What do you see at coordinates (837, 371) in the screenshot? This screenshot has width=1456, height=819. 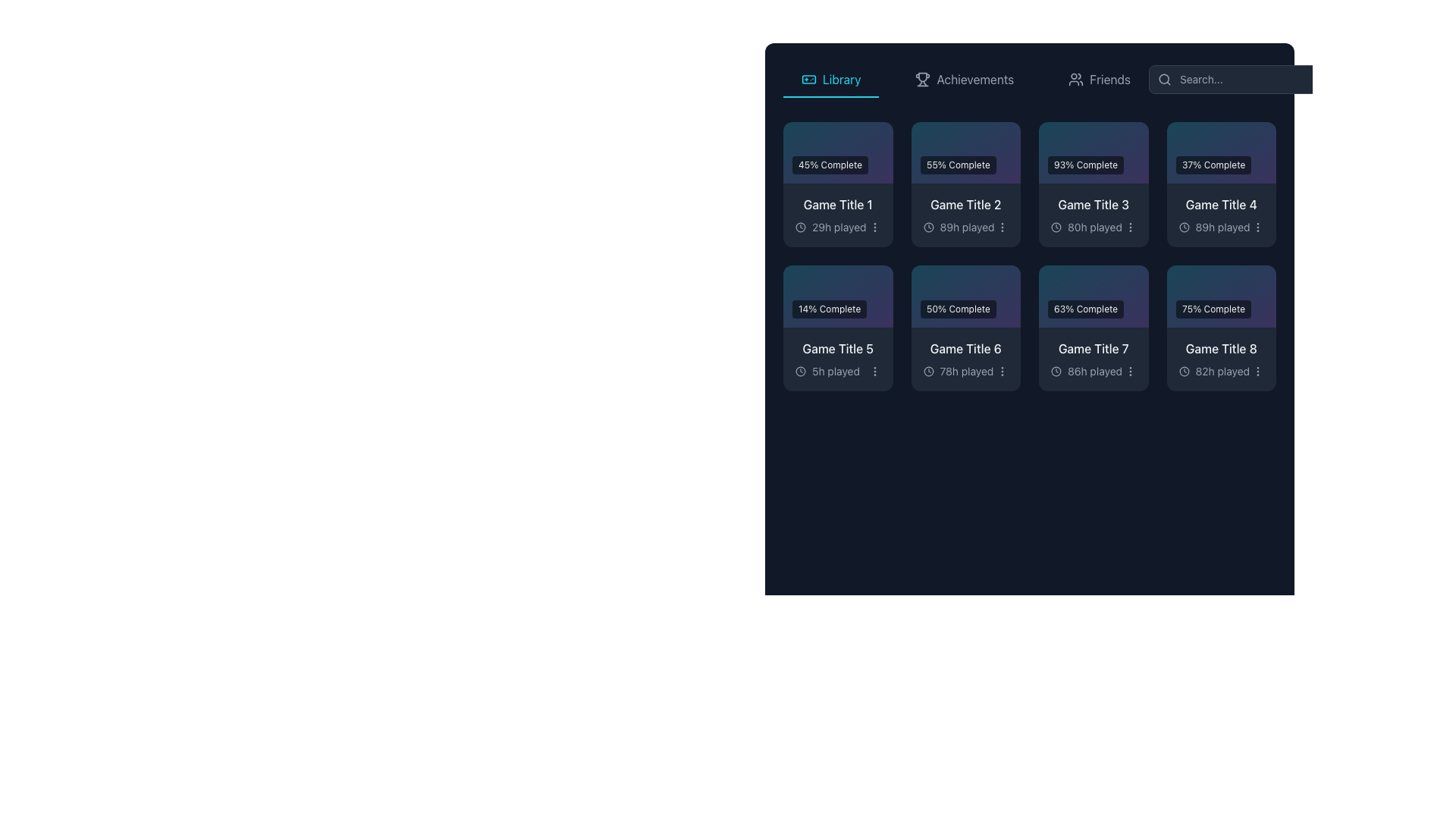 I see `the total playtime displayed in the text label located at the bottom-left corner of the 'Game Title 5' card` at bounding box center [837, 371].